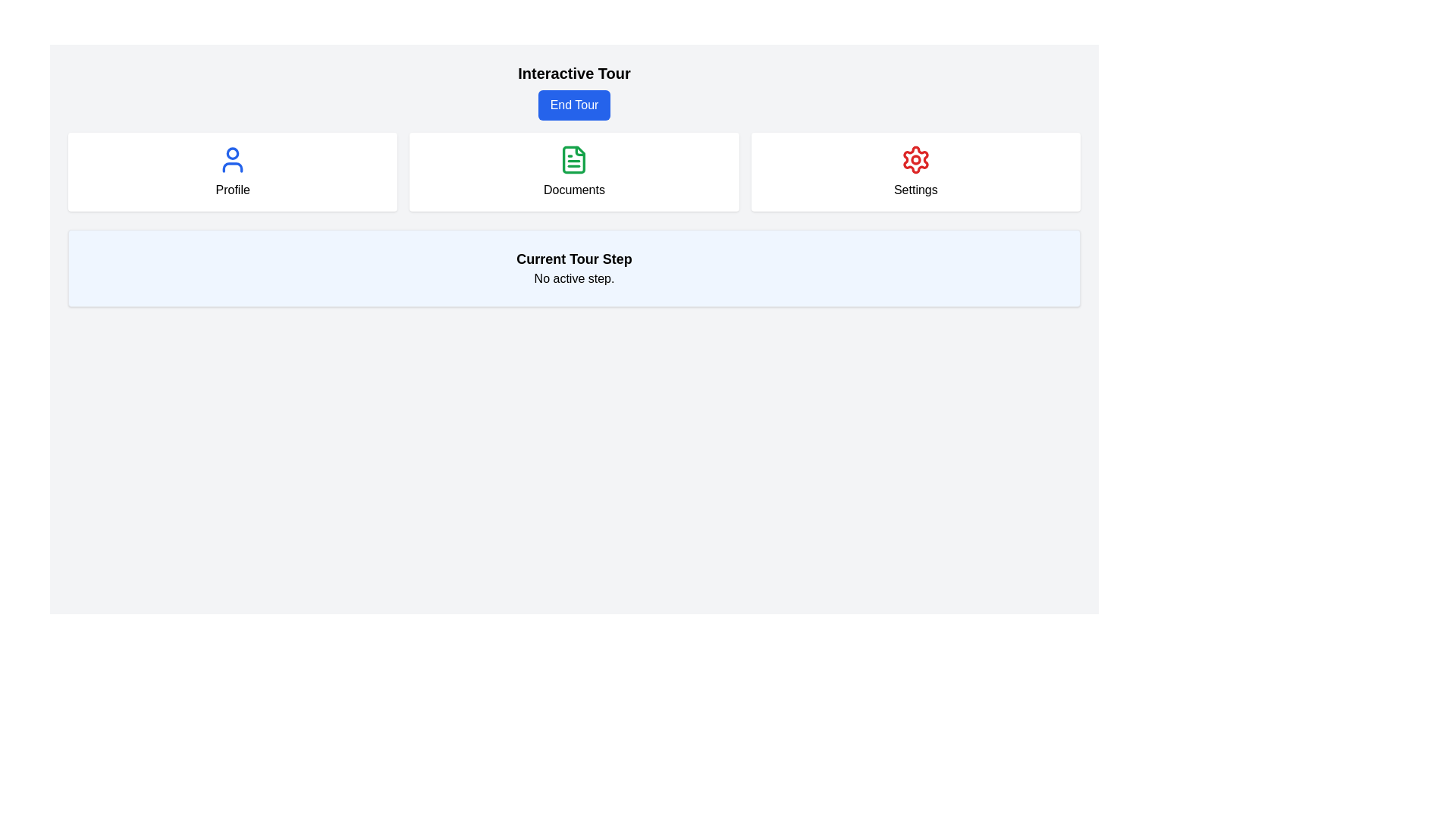 The height and width of the screenshot is (819, 1456). What do you see at coordinates (573, 160) in the screenshot?
I see `the green document icon with a rounded corner located between the 'Profile' and 'Settings' icons` at bounding box center [573, 160].